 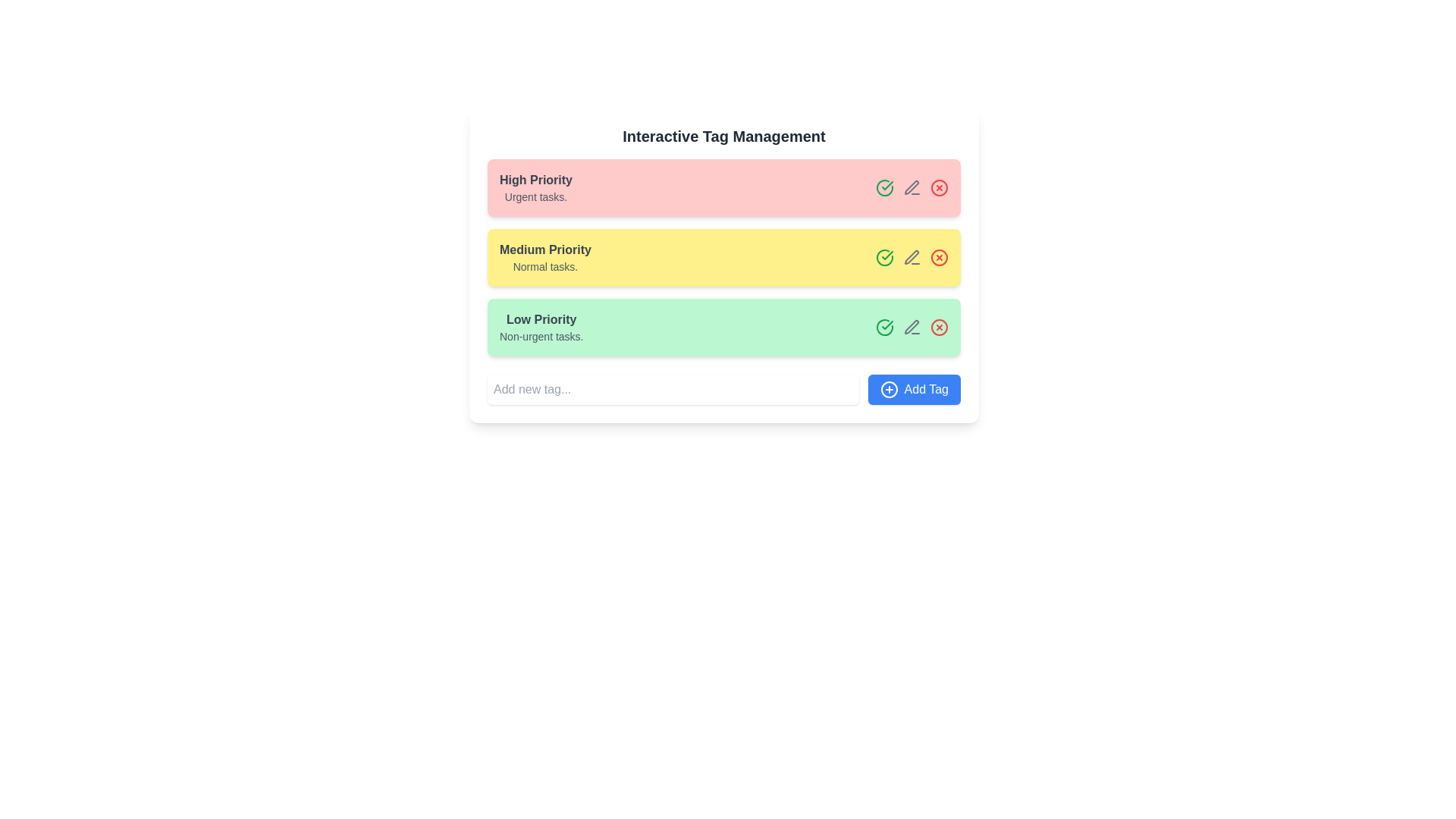 What do you see at coordinates (884, 327) in the screenshot?
I see `the confirm button located to the right of the 'Low Priority' label in the green section of the task list to approve the respective task` at bounding box center [884, 327].